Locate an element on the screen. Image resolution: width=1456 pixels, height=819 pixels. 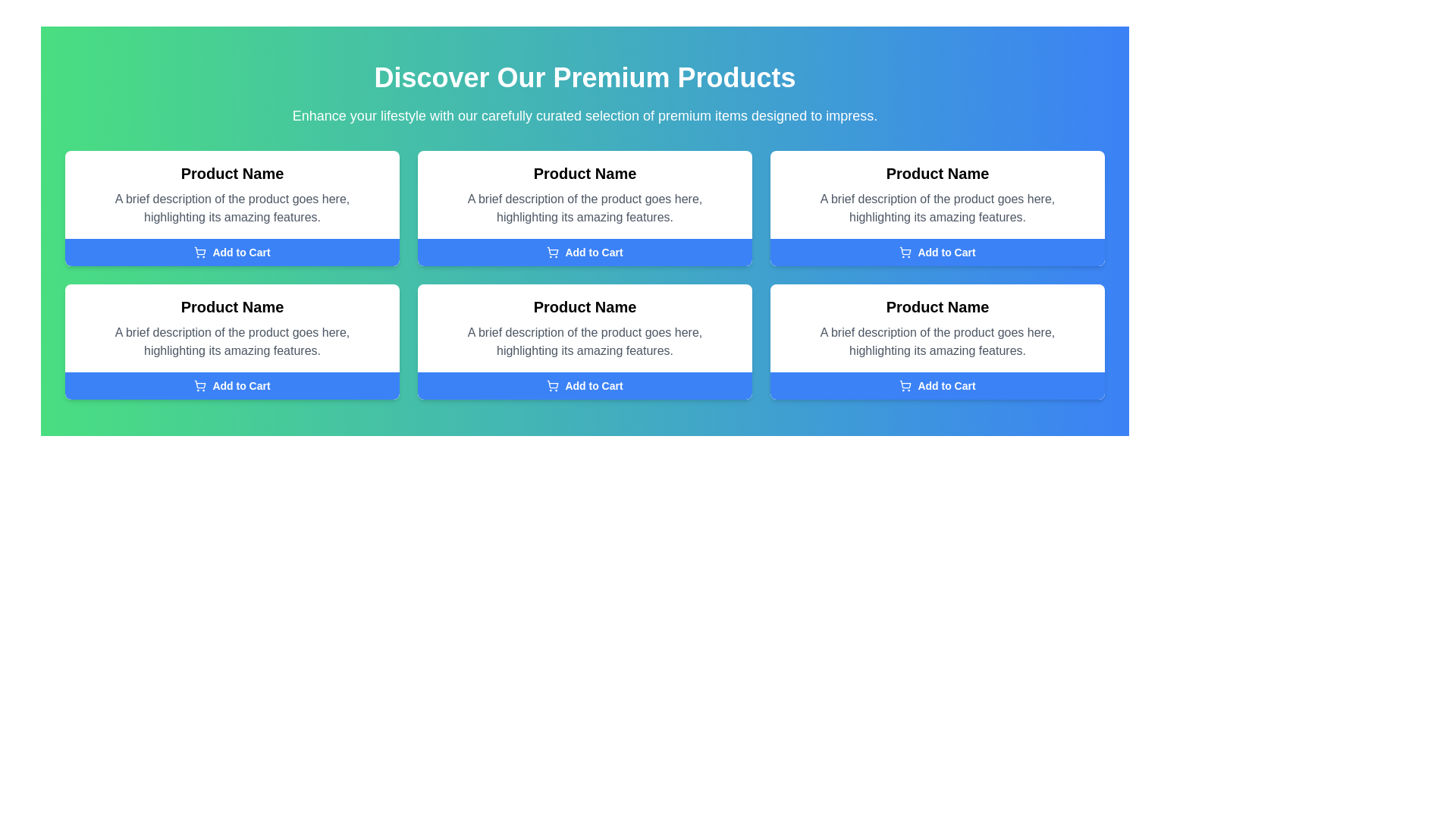
the bold text label titled 'Product Name' which is visually distinct in the product grid is located at coordinates (584, 172).